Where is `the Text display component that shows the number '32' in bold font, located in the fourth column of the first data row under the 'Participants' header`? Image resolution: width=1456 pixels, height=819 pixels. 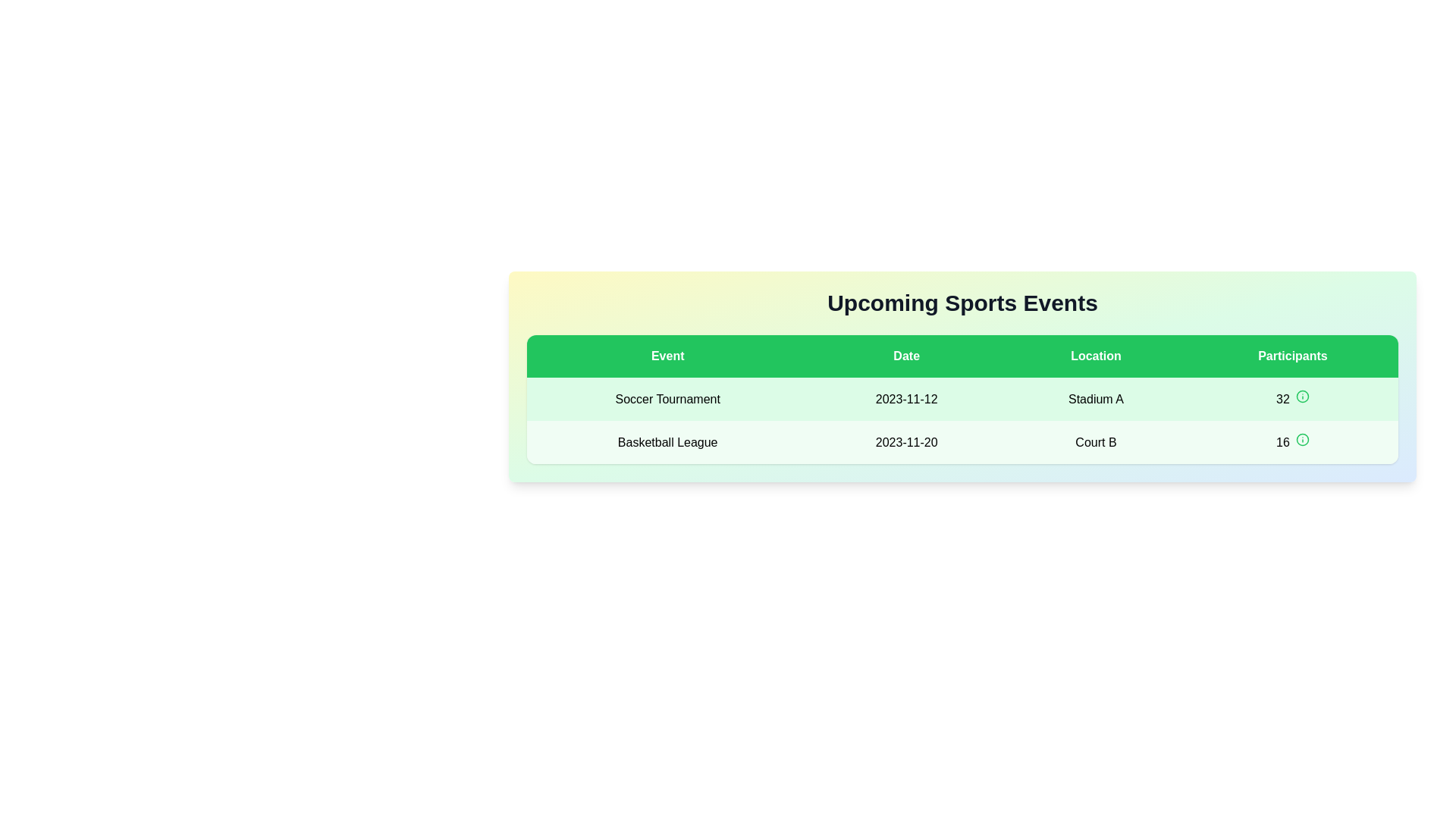 the Text display component that shows the number '32' in bold font, located in the fourth column of the first data row under the 'Participants' header is located at coordinates (1291, 398).